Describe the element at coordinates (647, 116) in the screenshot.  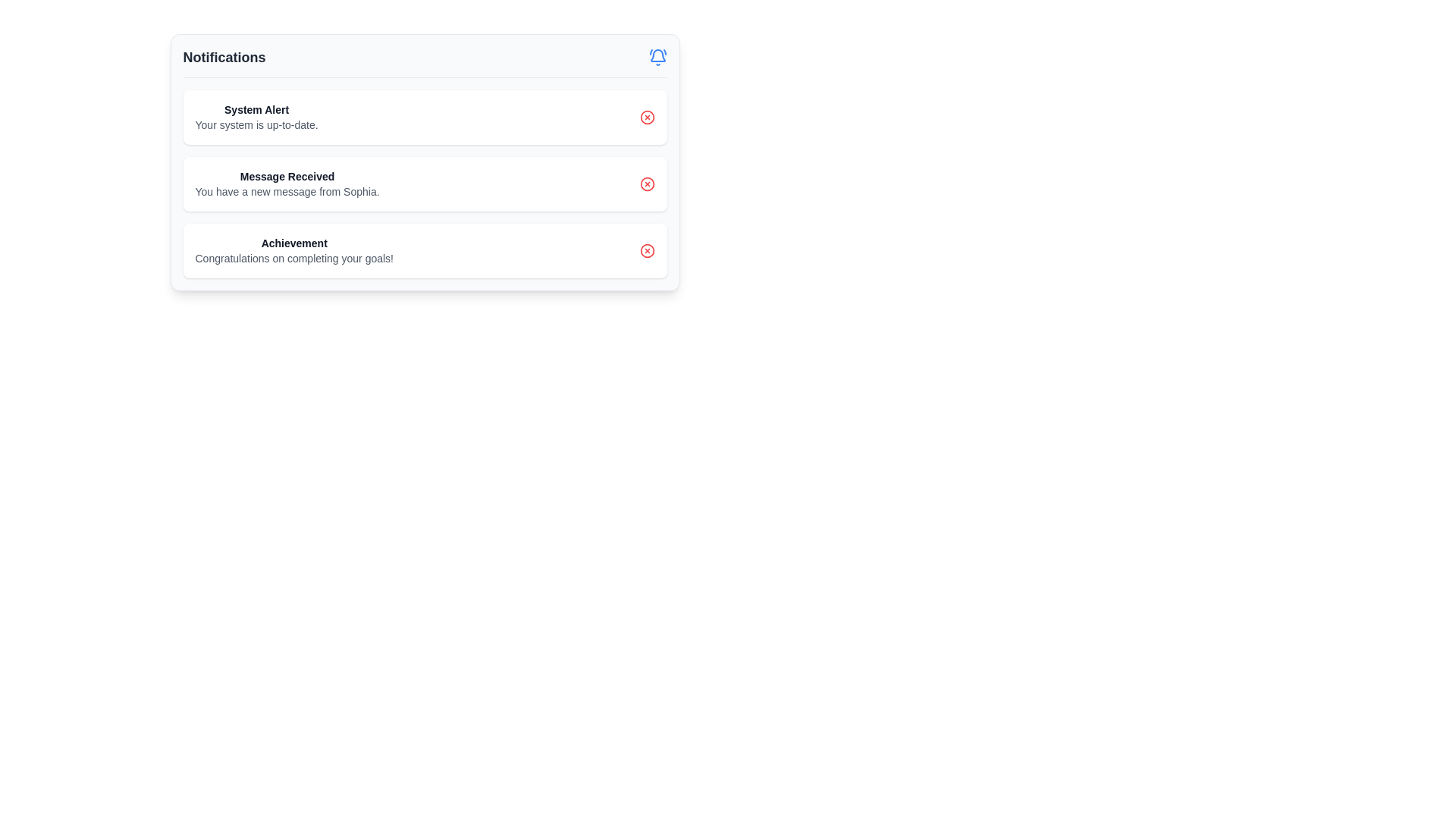
I see `the close button located in the top-right corner of the 'System Alert' notification card to change its color` at that location.